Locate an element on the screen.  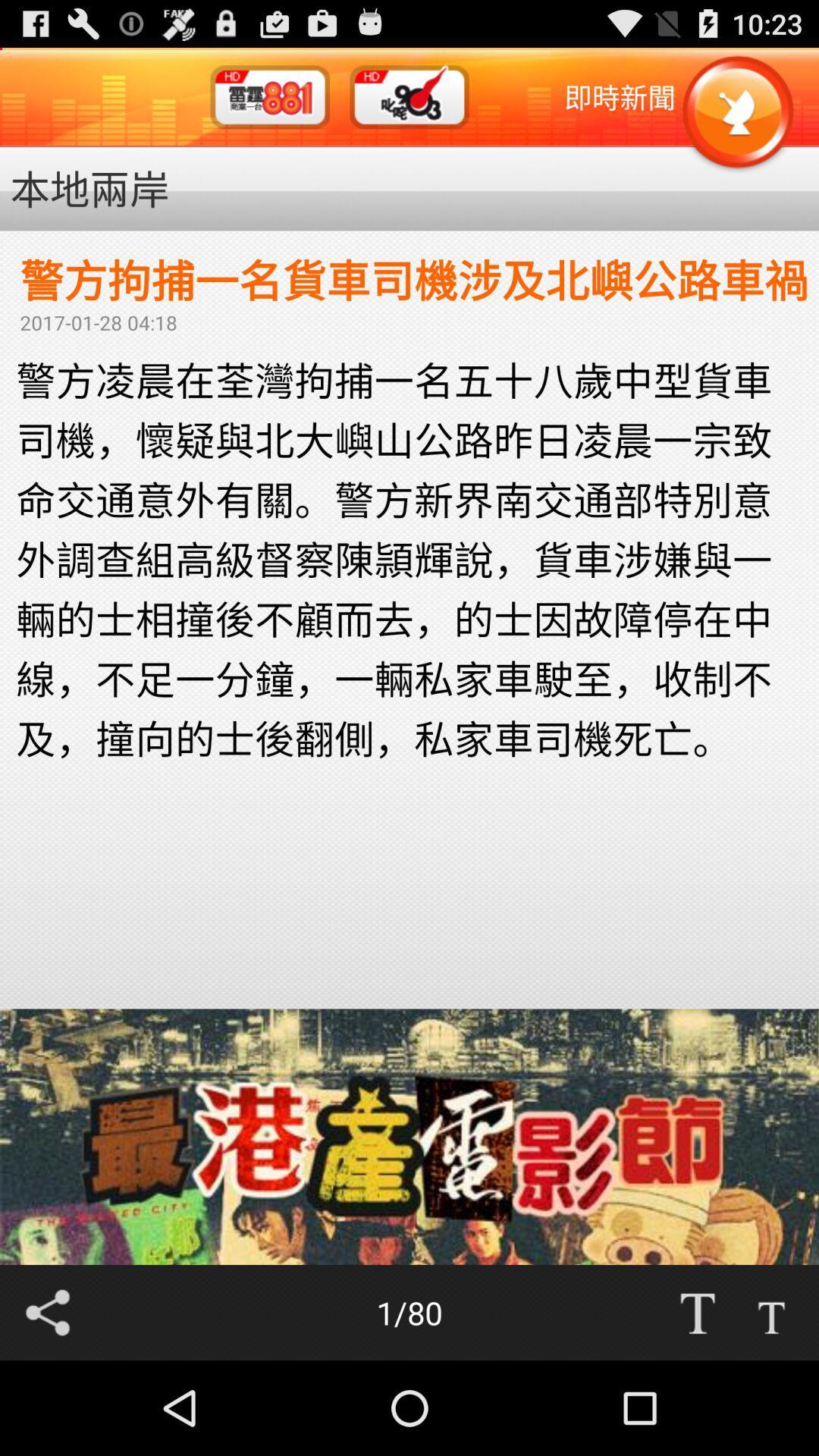
selection is located at coordinates (771, 1312).